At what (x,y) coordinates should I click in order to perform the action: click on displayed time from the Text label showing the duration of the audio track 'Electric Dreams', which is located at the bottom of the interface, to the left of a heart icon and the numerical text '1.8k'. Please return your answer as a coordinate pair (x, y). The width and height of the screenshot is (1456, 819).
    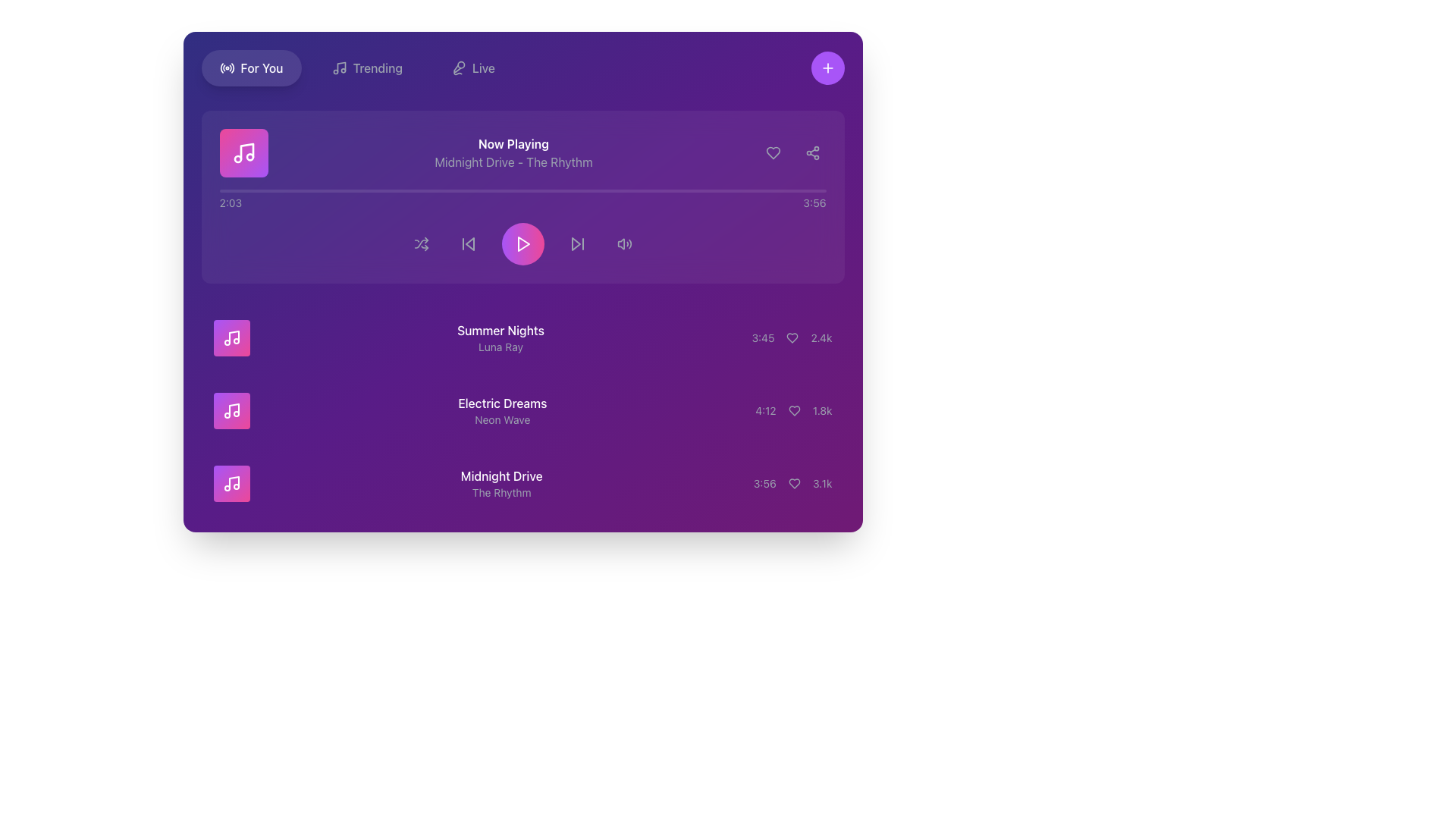
    Looking at the image, I should click on (765, 411).